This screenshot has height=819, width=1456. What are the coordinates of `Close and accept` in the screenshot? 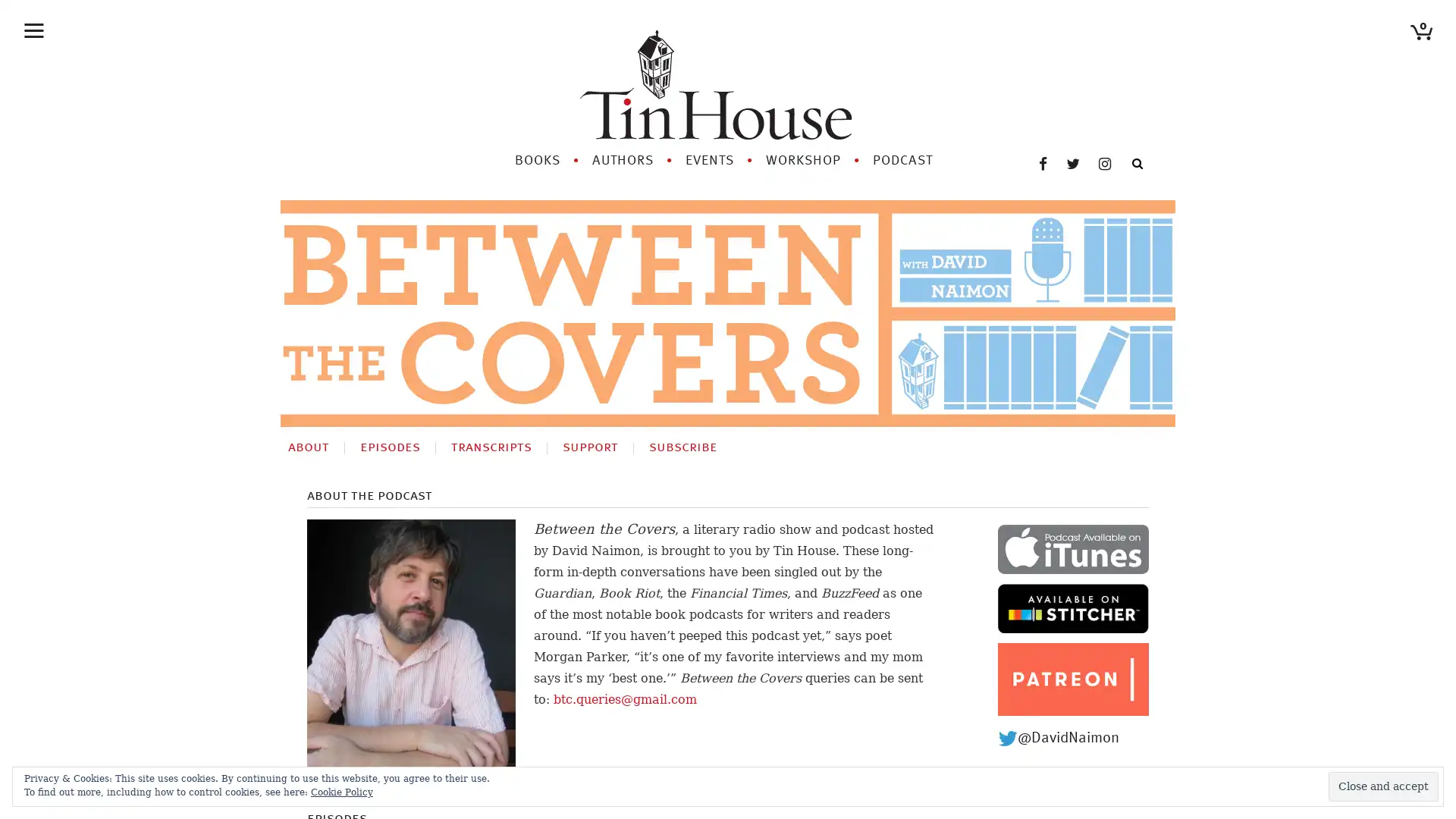 It's located at (1383, 786).